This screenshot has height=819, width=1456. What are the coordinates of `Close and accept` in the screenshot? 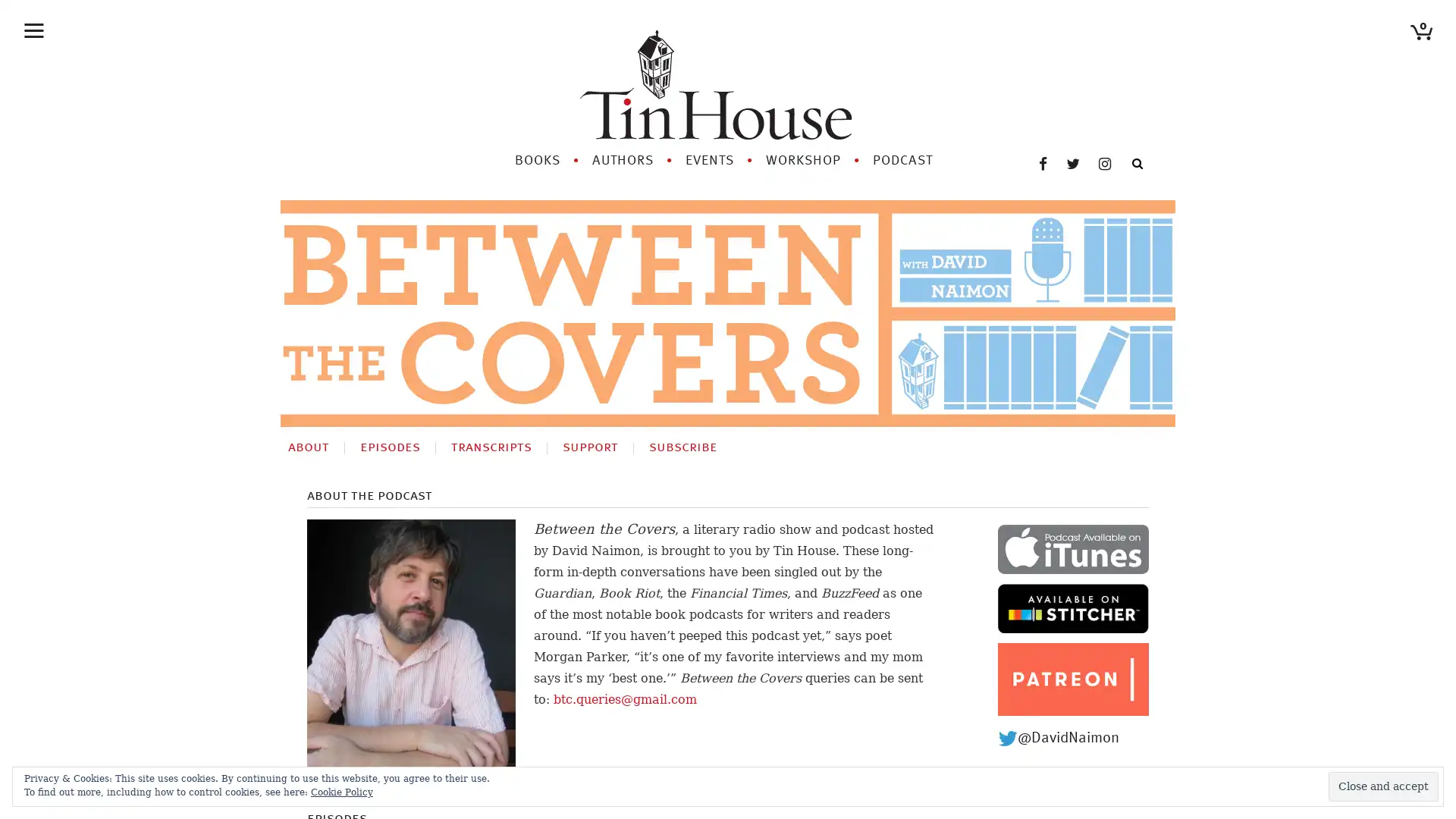 It's located at (1383, 786).